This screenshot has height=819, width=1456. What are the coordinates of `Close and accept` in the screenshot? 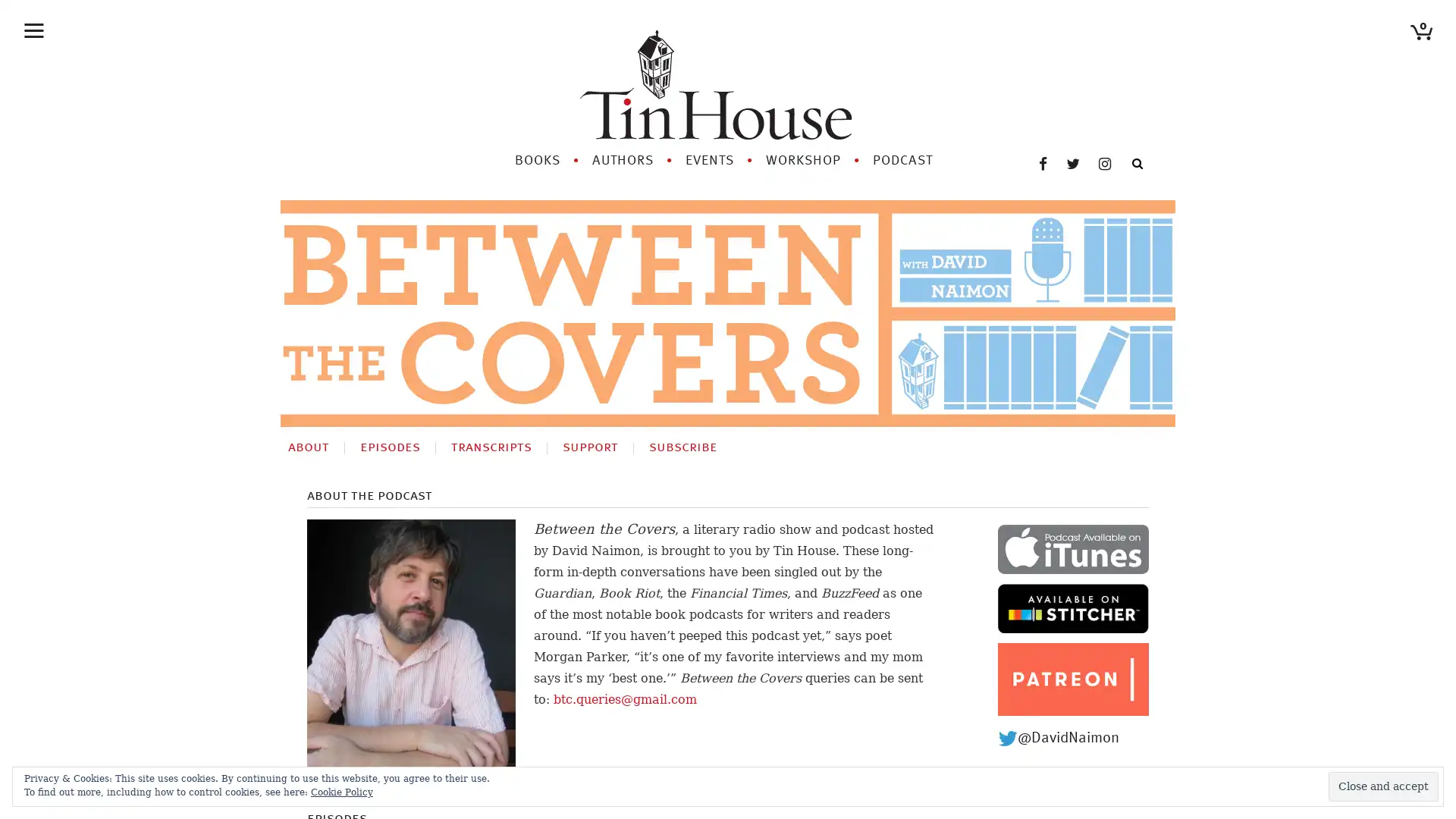 It's located at (1383, 786).